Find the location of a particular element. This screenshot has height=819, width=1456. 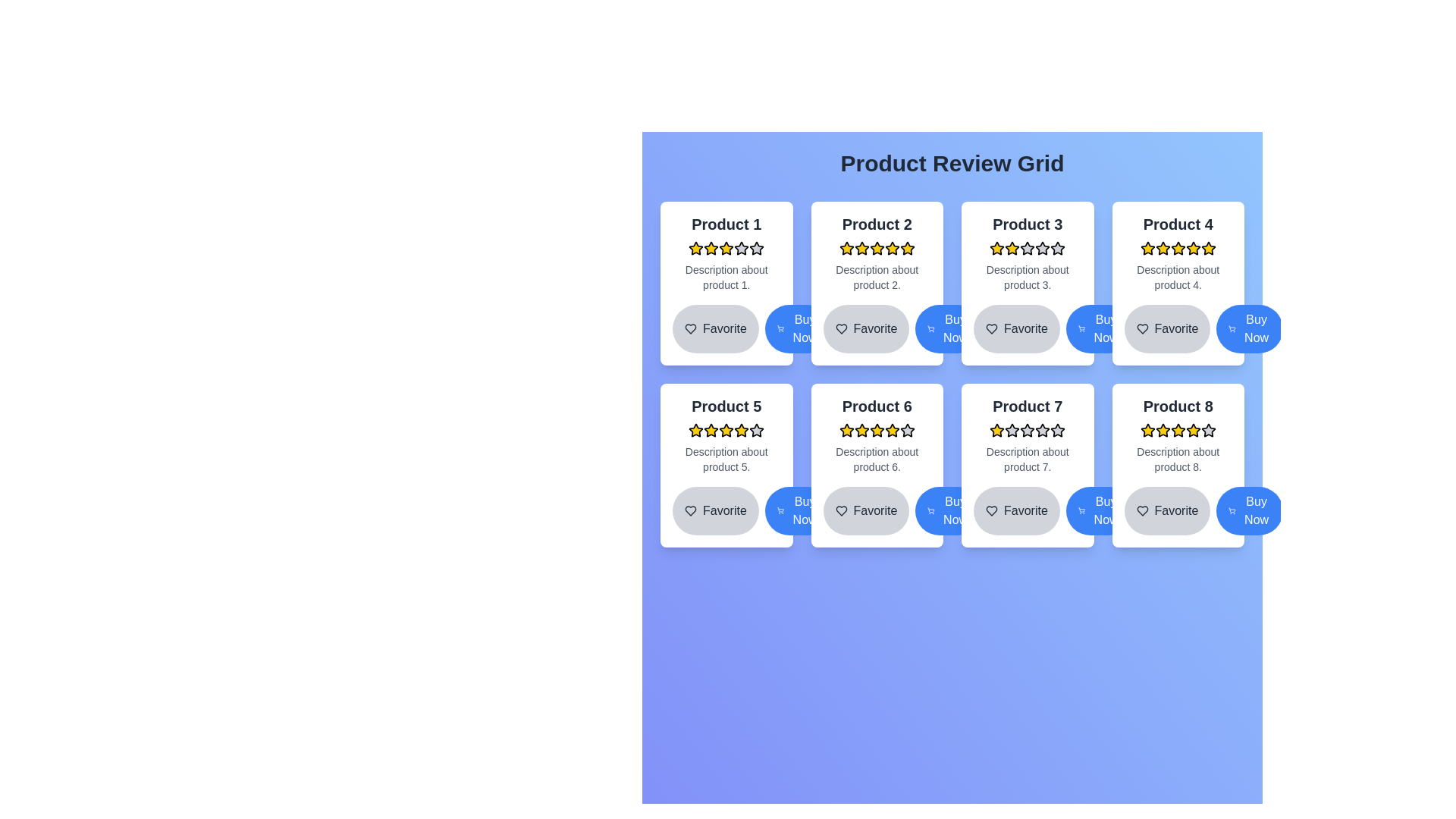

the first star-shaped icon in the rating bar for 'Product 4', which is yellow and positioned in the second row and fourth column of the product grid is located at coordinates (1147, 247).